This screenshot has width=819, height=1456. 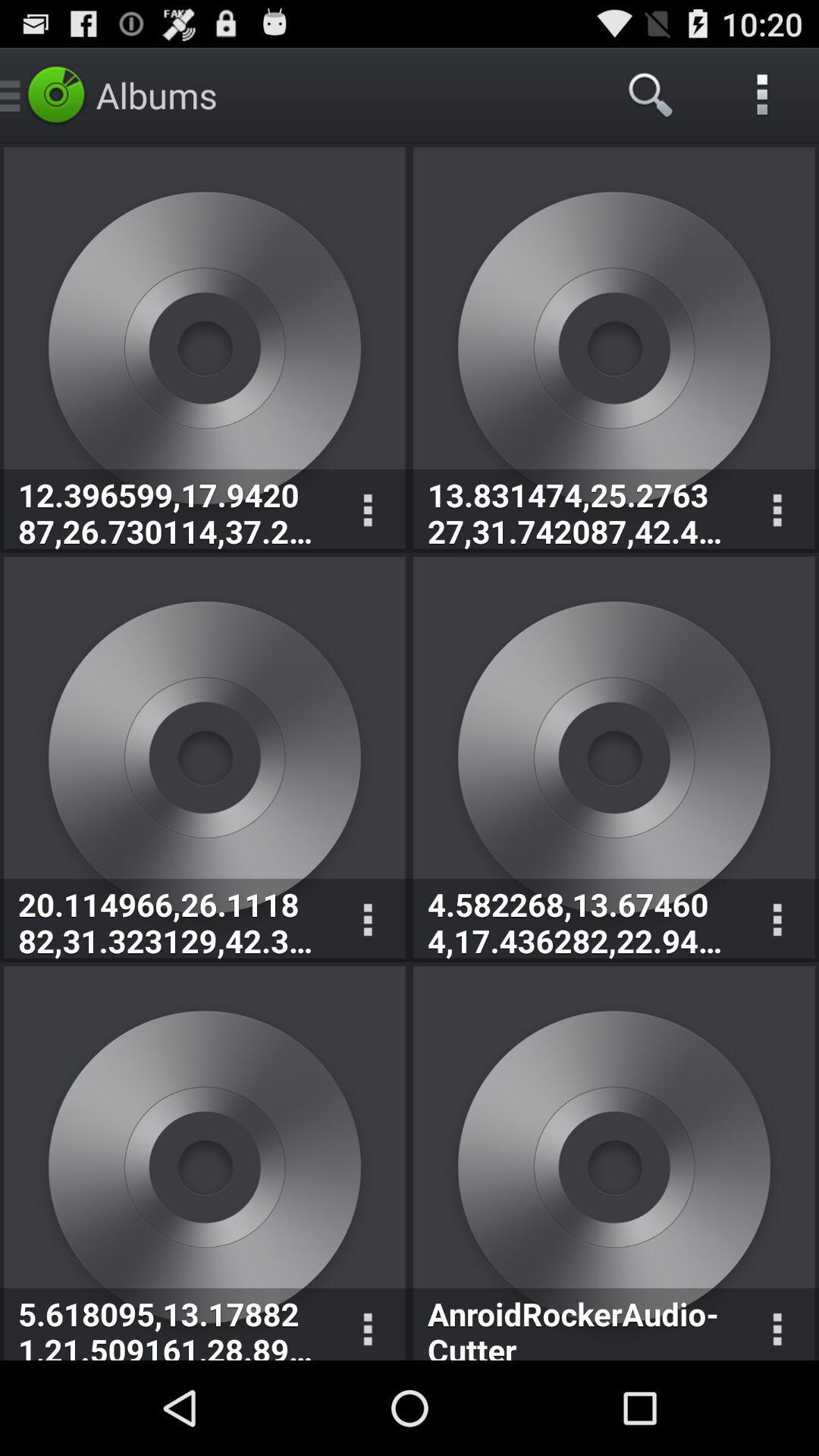 I want to click on the search button, so click(x=651, y=94).